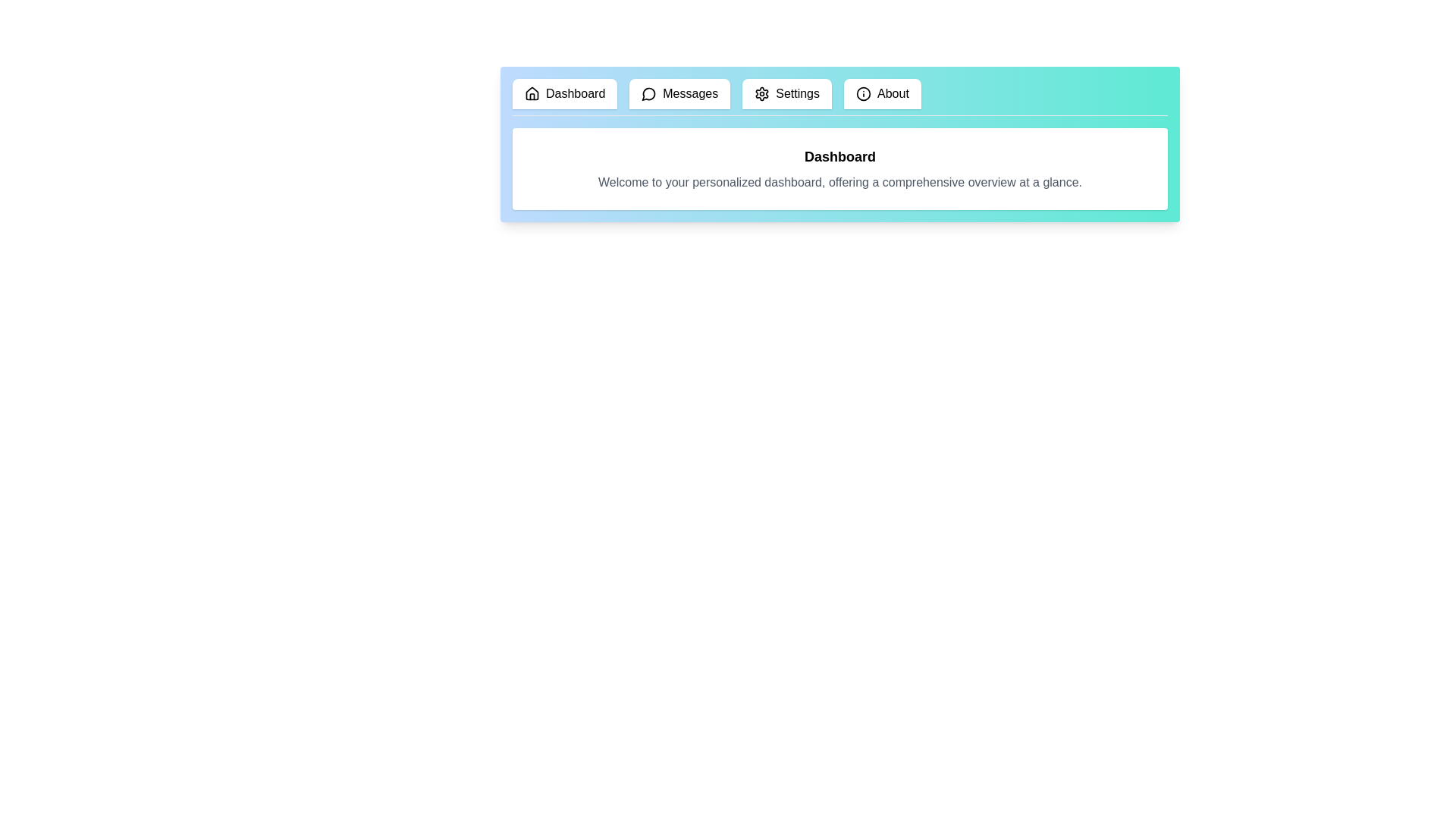 The width and height of the screenshot is (1456, 819). Describe the element at coordinates (532, 93) in the screenshot. I see `the icon of the tab labeled Dashboard` at that location.